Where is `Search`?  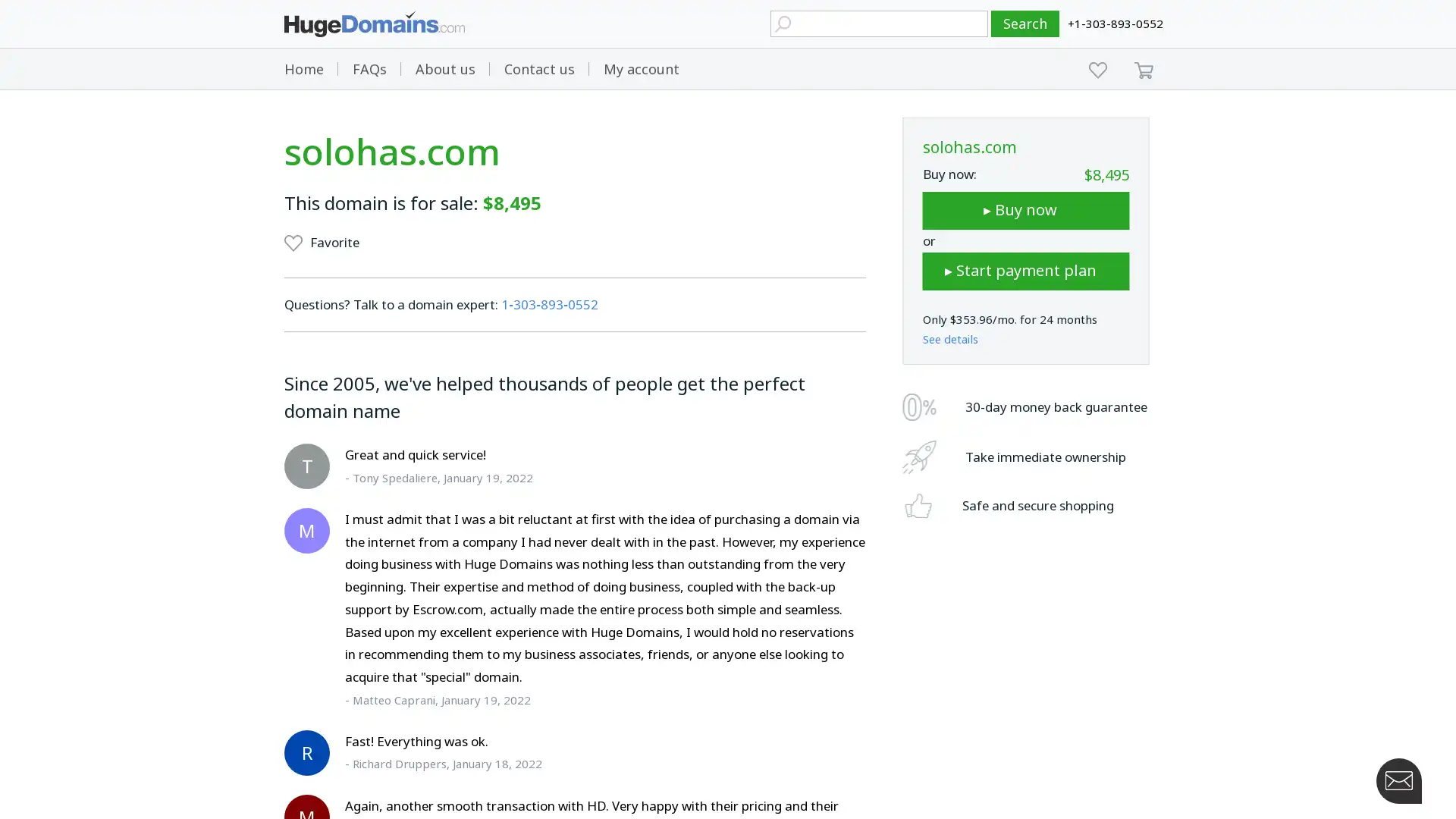 Search is located at coordinates (1025, 24).